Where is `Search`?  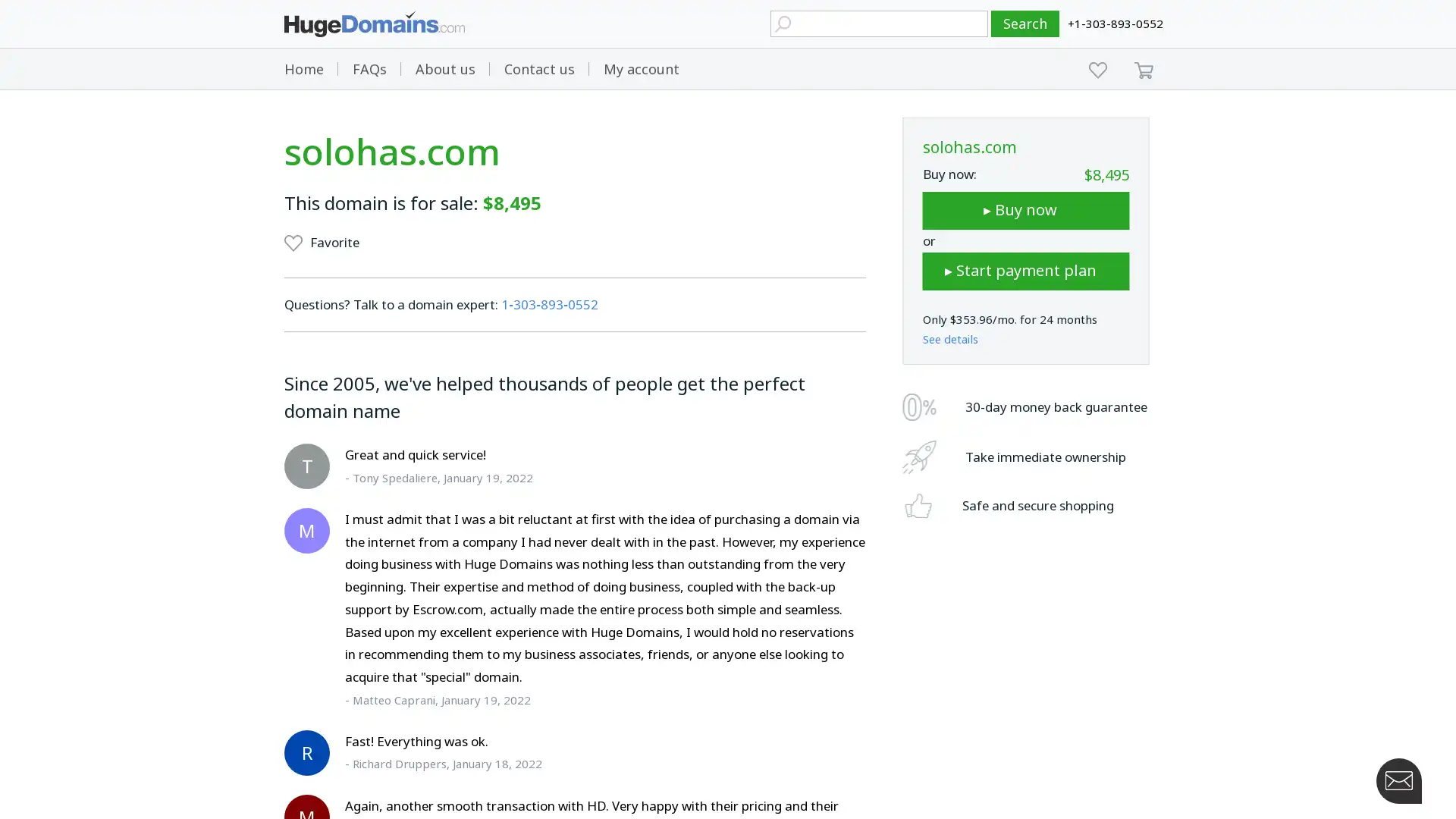 Search is located at coordinates (1025, 24).